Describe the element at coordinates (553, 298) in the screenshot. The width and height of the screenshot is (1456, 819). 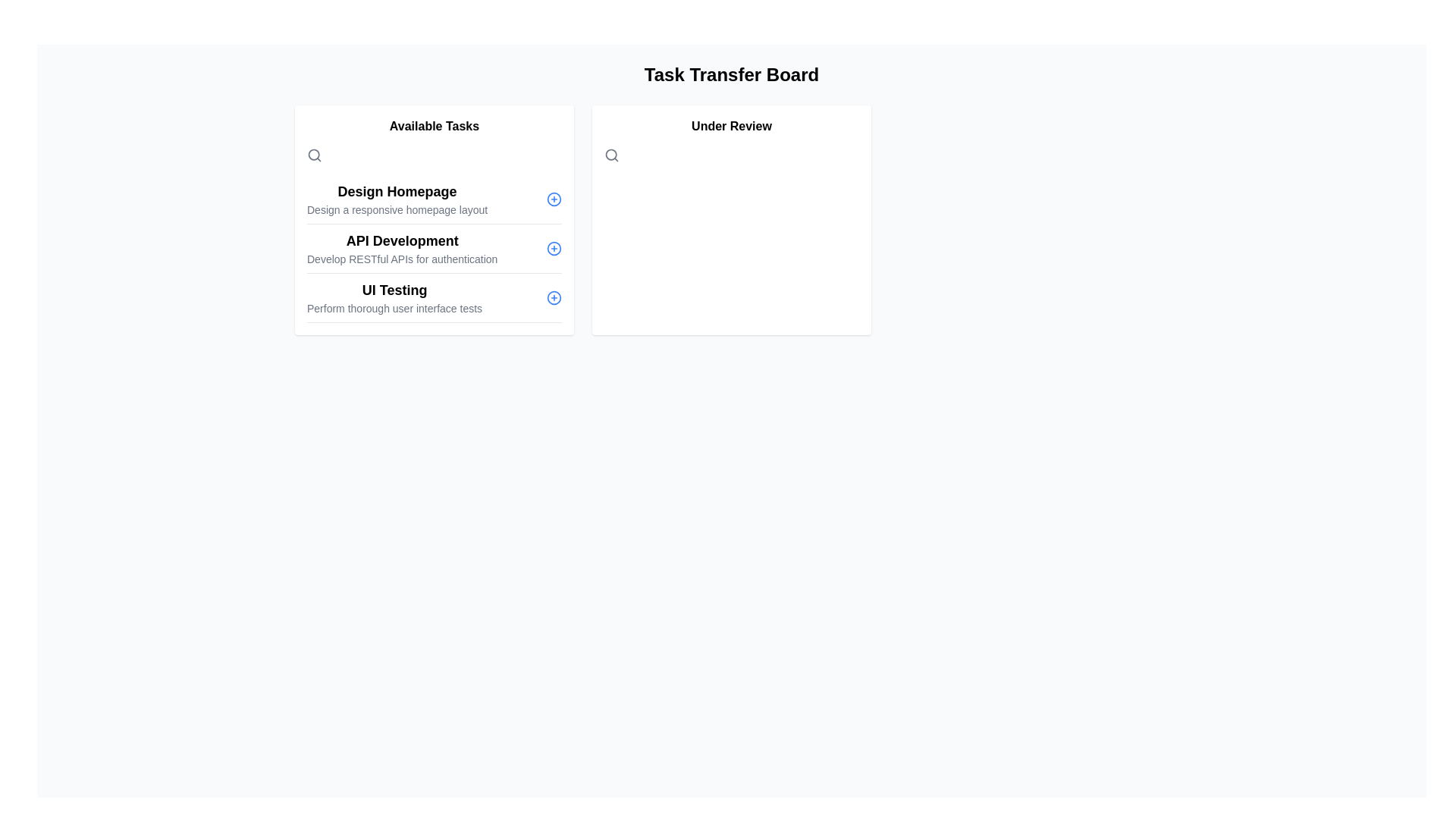
I see `the button located in the 'Available Tasks' section, aligned to the right of the 'UI Testing' item` at that location.